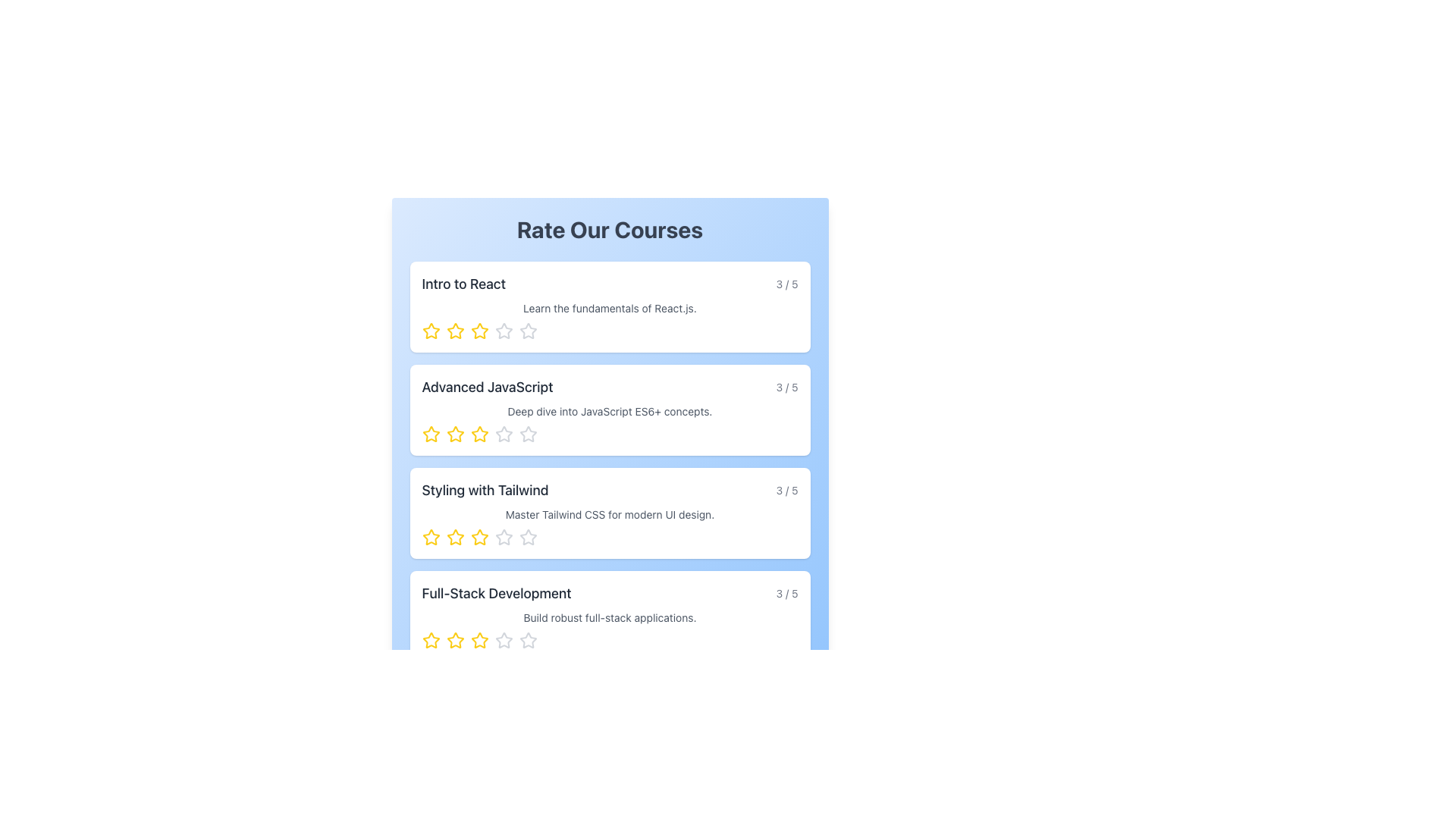 This screenshot has width=1456, height=819. Describe the element at coordinates (430, 434) in the screenshot. I see `the first star icon in the rating section for the 'Advanced JavaScript' course to provide a rating` at that location.